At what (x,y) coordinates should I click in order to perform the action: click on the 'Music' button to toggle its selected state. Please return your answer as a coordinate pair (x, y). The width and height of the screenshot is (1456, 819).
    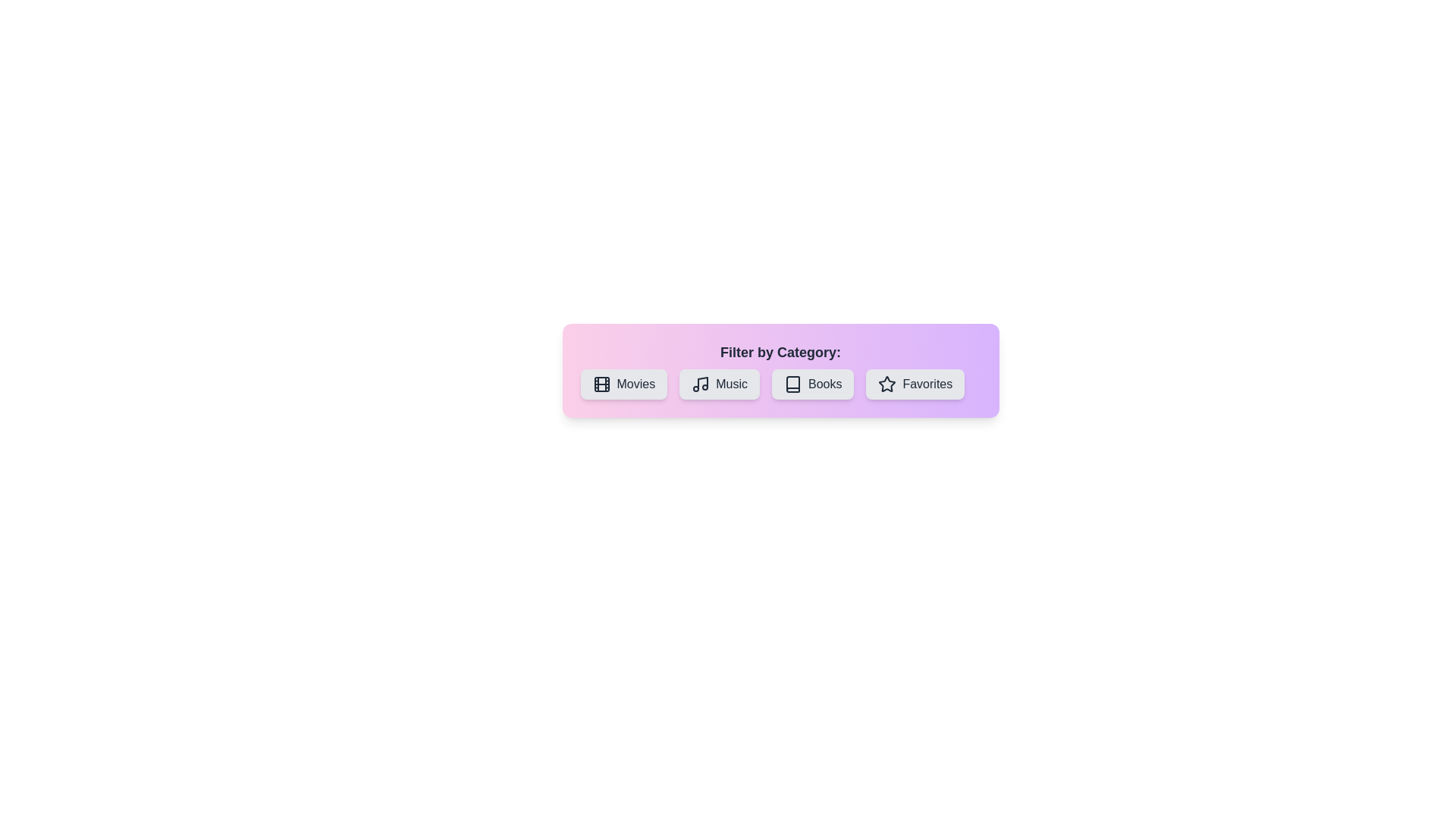
    Looking at the image, I should click on (719, 383).